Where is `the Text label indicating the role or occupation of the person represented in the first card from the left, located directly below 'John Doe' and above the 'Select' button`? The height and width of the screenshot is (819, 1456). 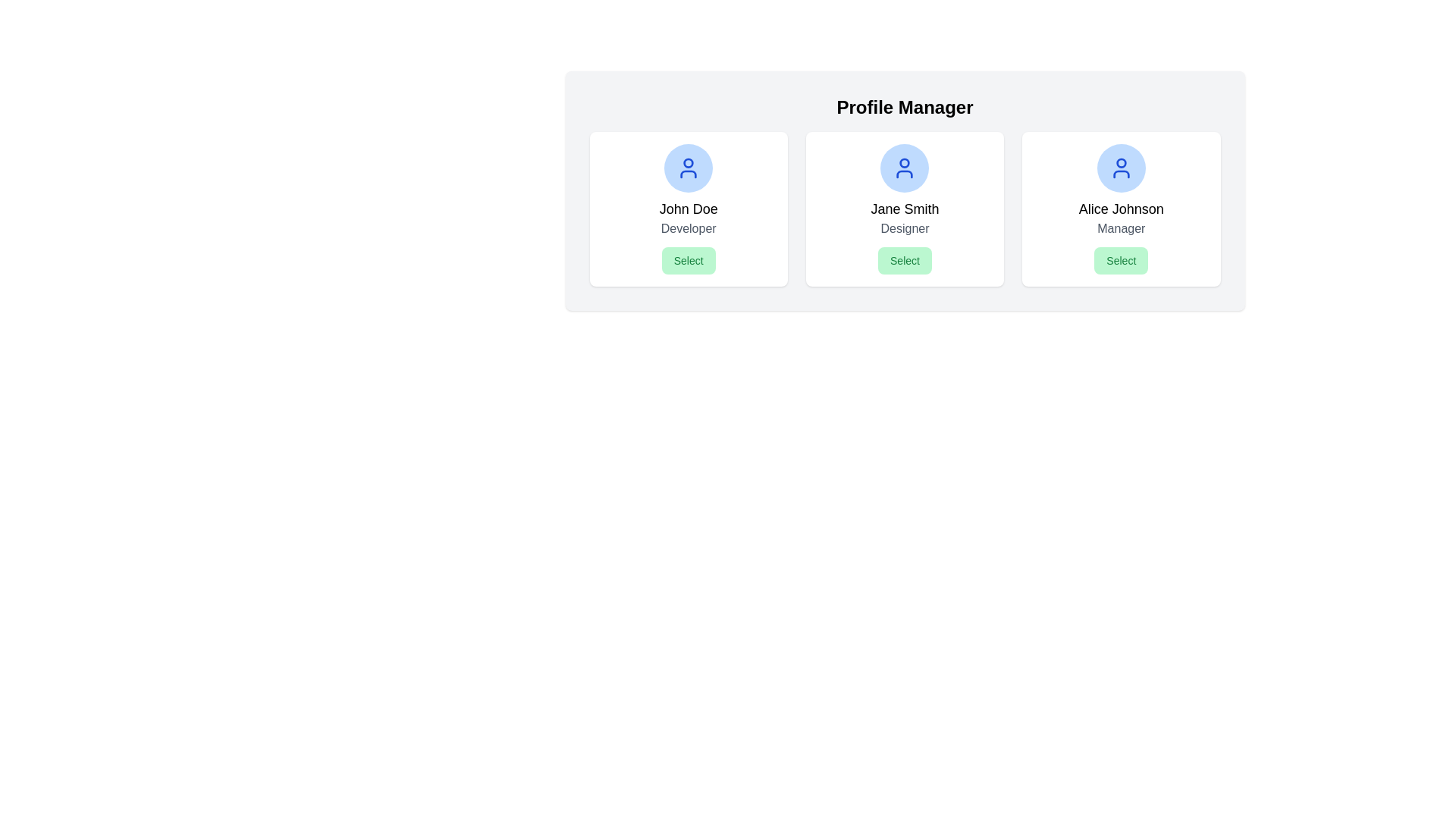 the Text label indicating the role or occupation of the person represented in the first card from the left, located directly below 'John Doe' and above the 'Select' button is located at coordinates (688, 228).